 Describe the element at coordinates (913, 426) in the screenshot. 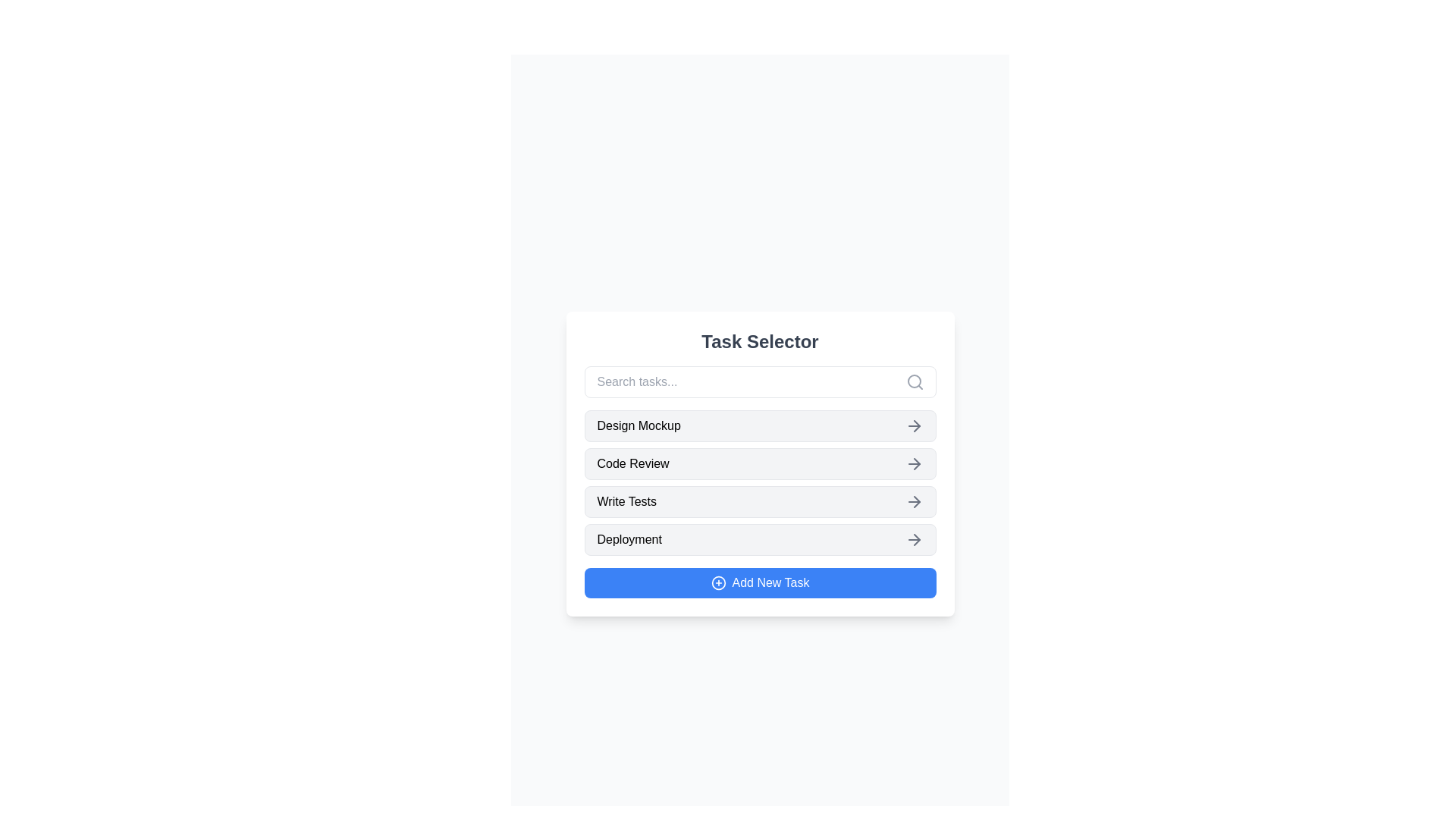

I see `the small gray arrow icon pointing right located at the far right end of the 'Design Mockup' button` at that location.